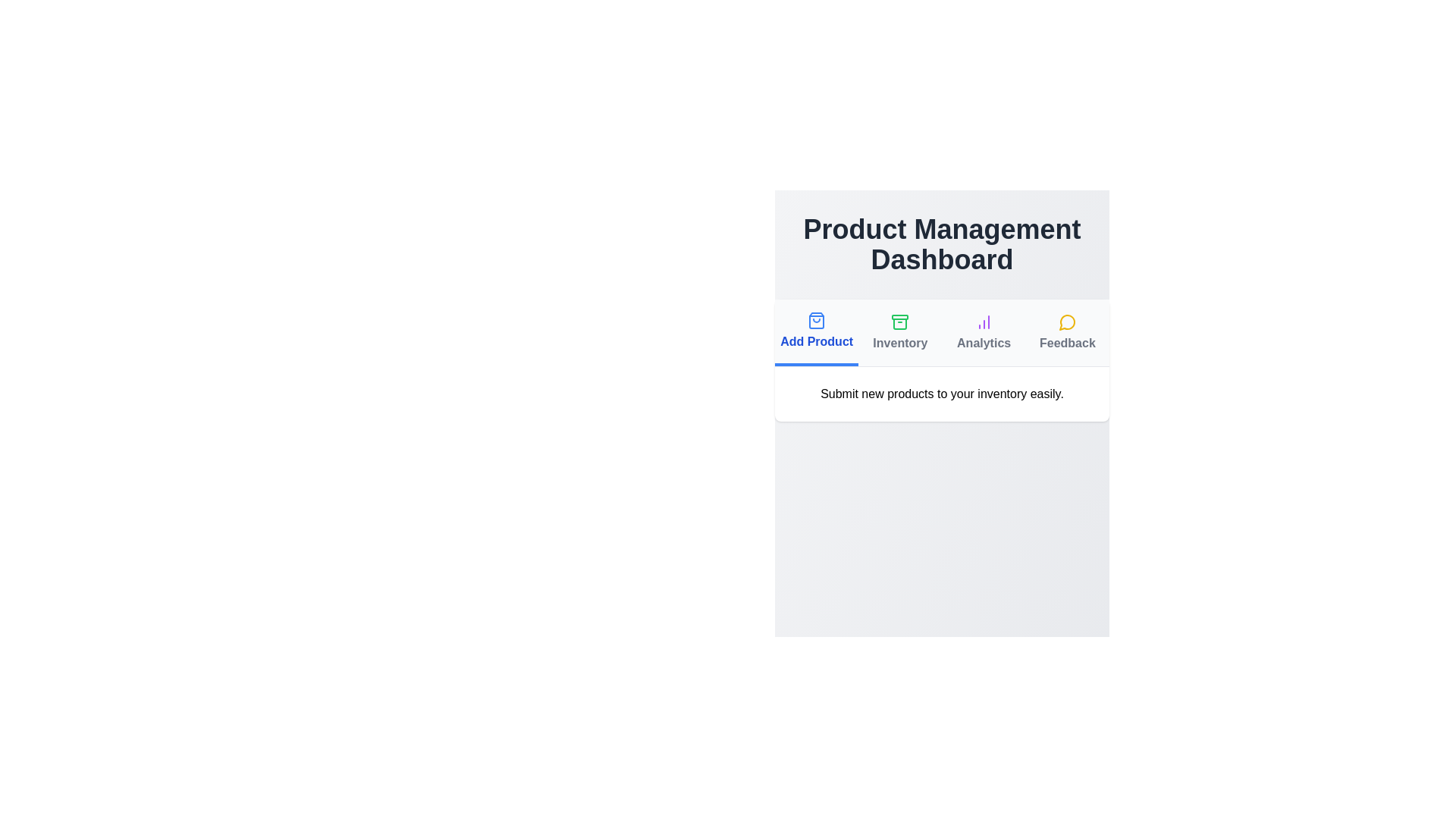 The height and width of the screenshot is (819, 1456). I want to click on the Inventory icon located in the second position of the horizontal navigation bar under 'Product Management Dashboard', so click(900, 321).